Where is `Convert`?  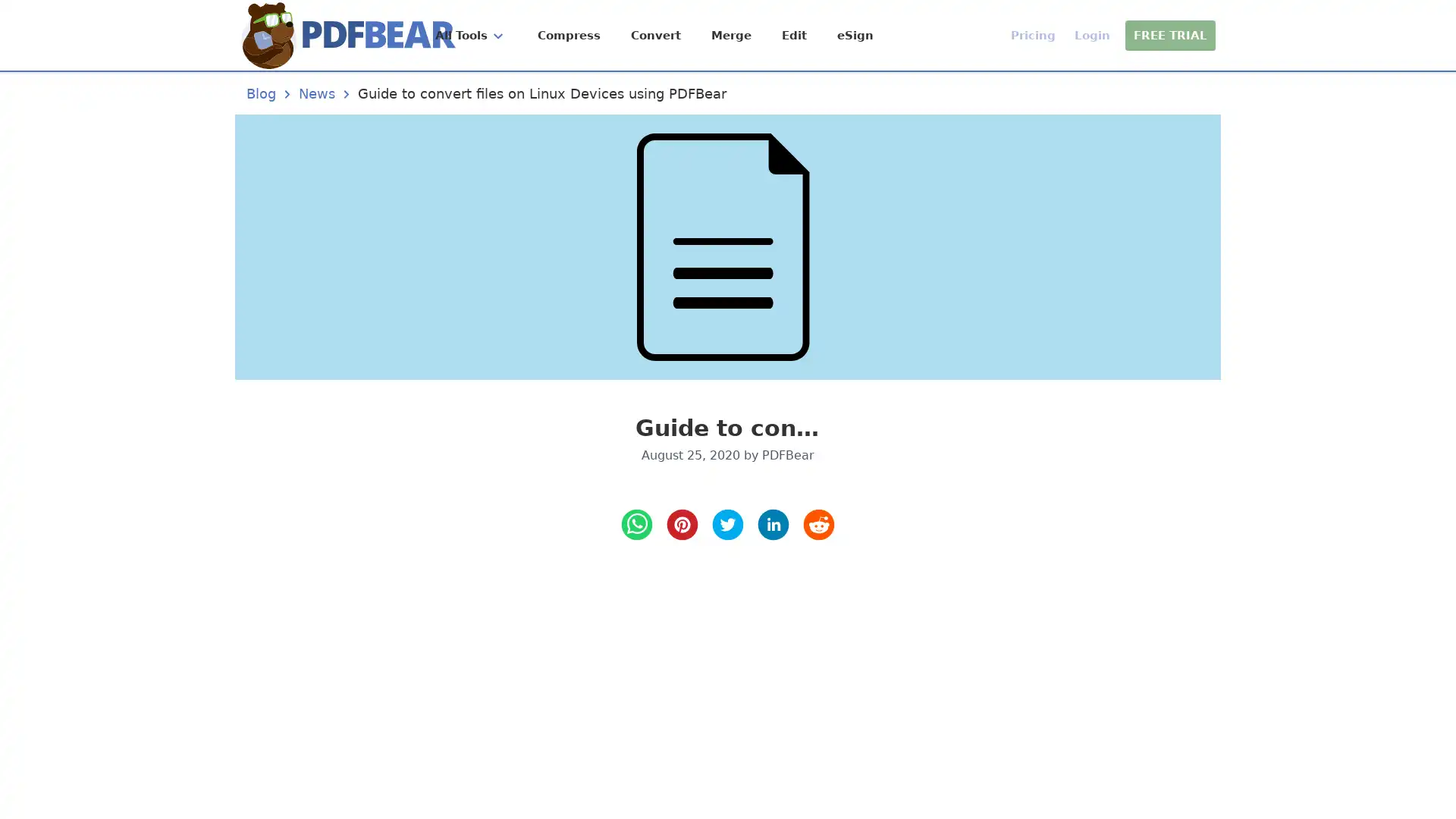 Convert is located at coordinates (655, 34).